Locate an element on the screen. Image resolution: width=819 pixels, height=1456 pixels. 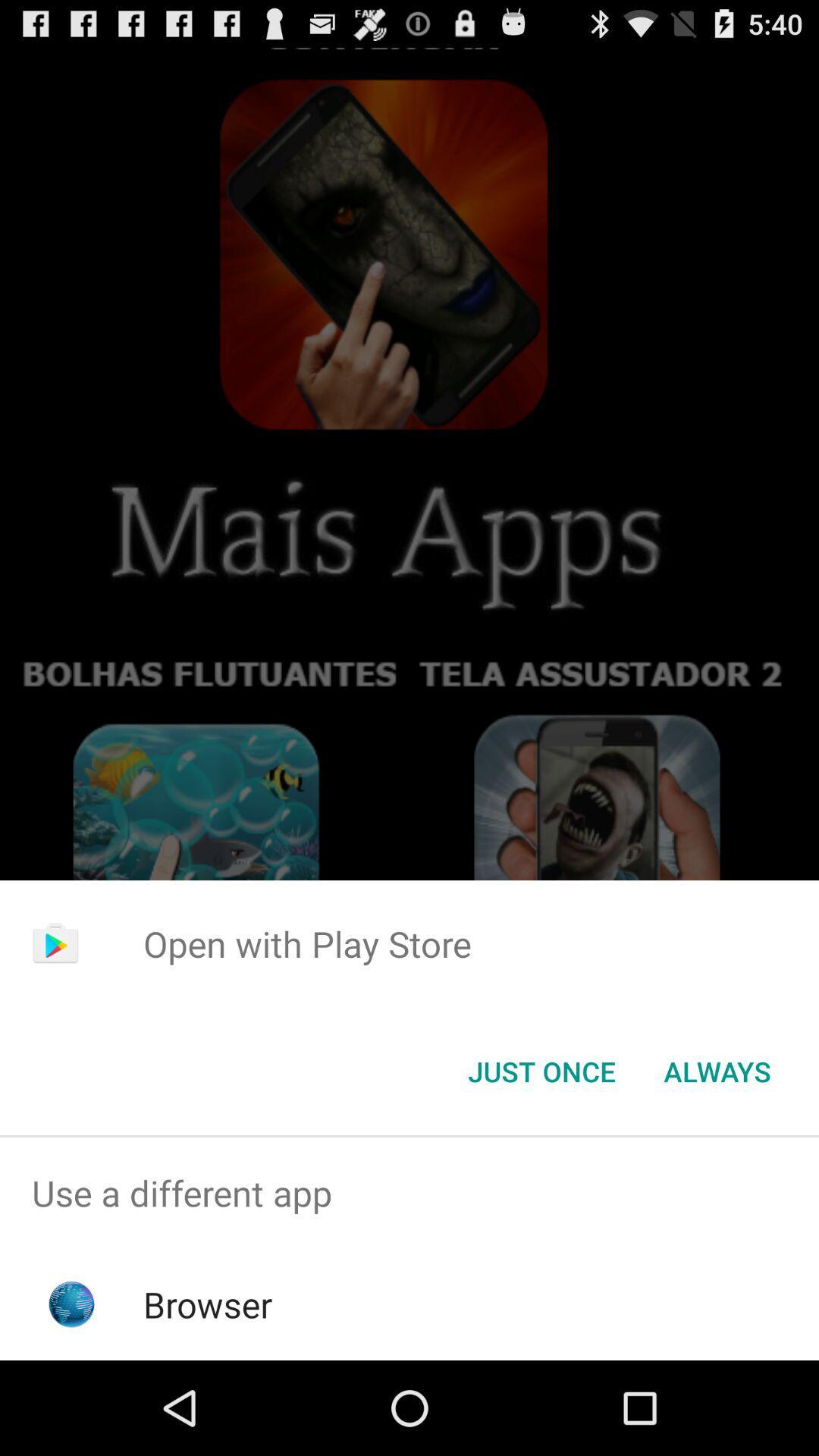
browser icon is located at coordinates (208, 1304).